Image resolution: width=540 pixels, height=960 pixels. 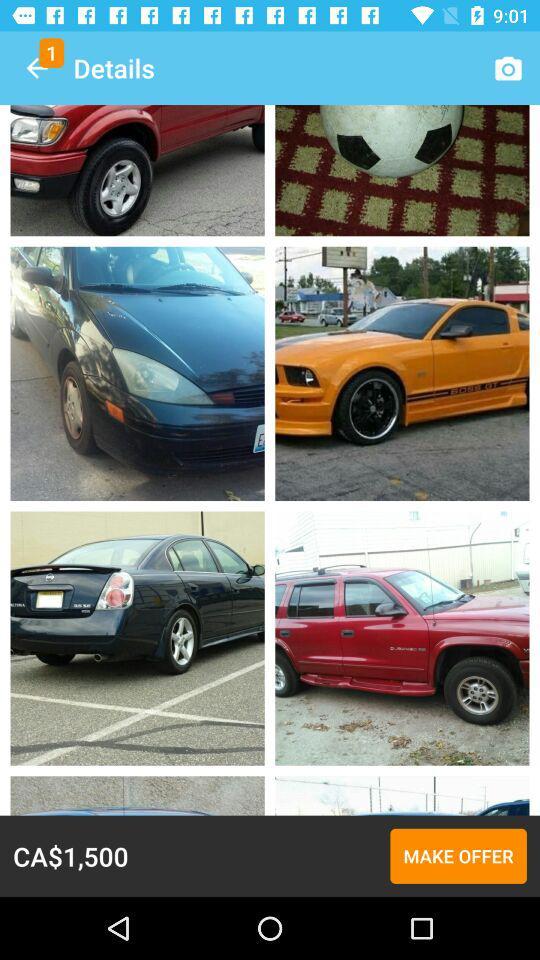 What do you see at coordinates (458, 855) in the screenshot?
I see `make offer icon` at bounding box center [458, 855].